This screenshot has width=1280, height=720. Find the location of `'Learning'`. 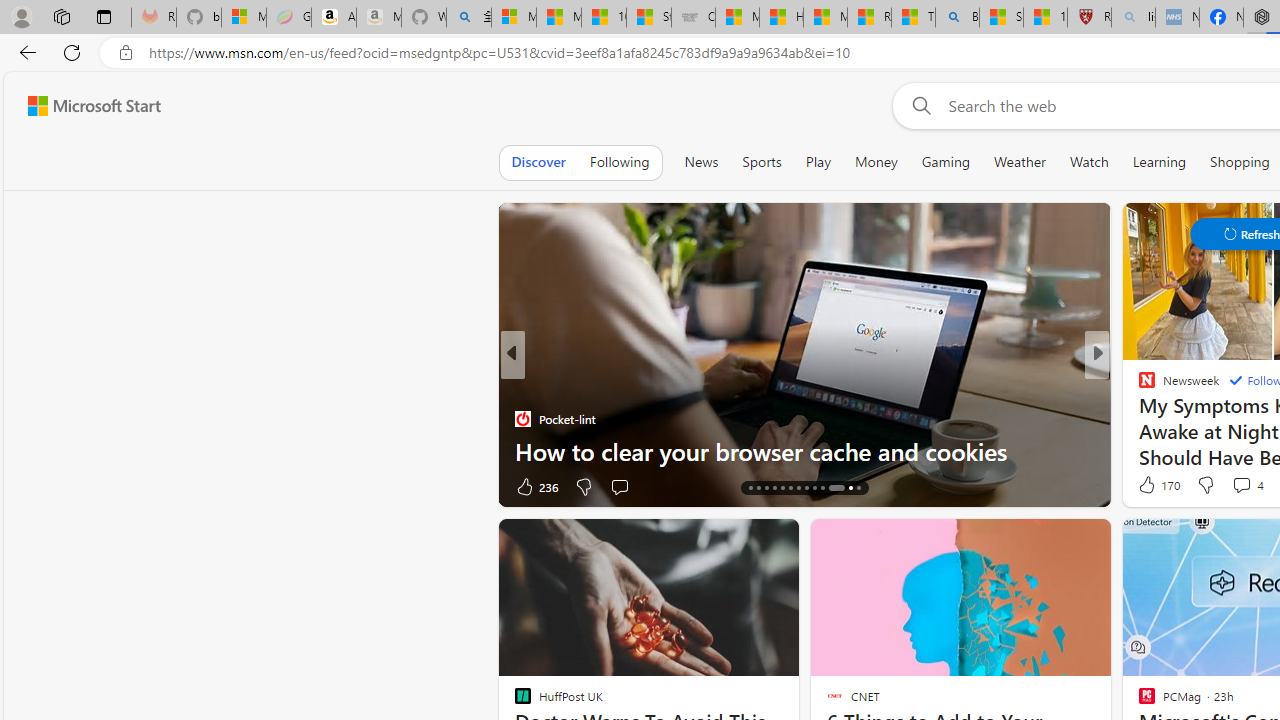

'Learning' is located at coordinates (1159, 161).